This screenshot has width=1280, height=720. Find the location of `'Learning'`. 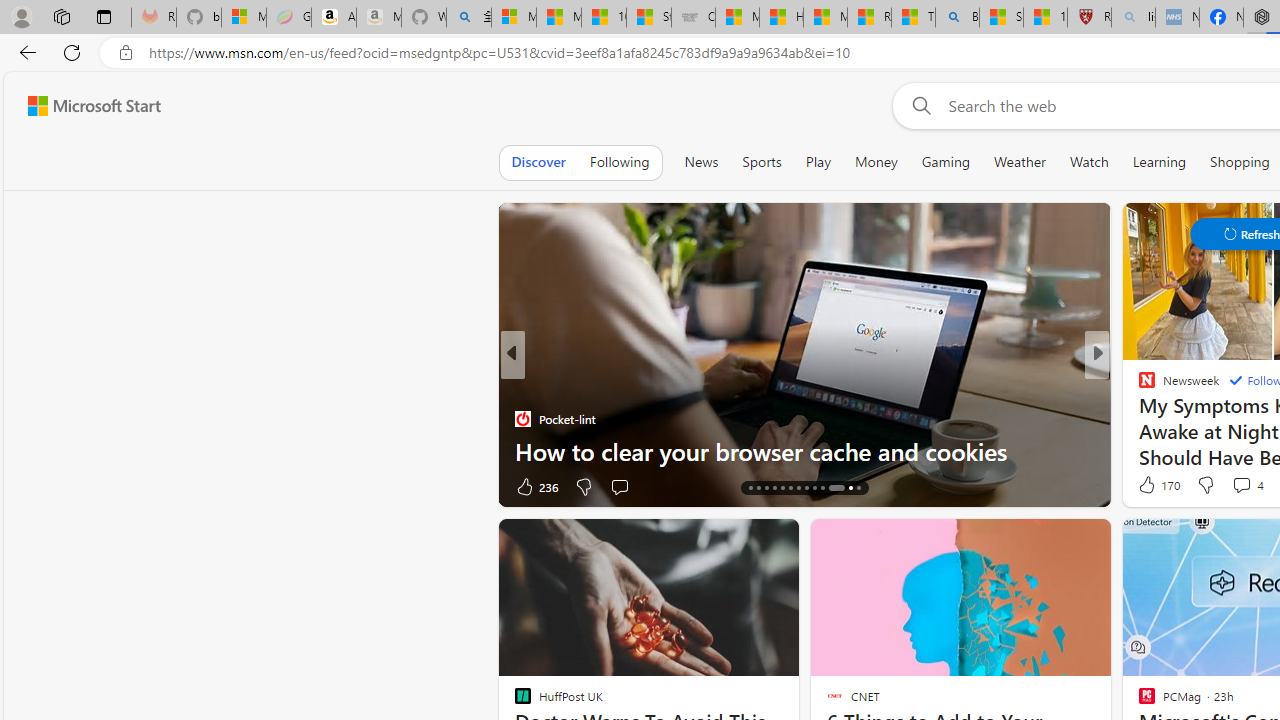

'Learning' is located at coordinates (1159, 161).